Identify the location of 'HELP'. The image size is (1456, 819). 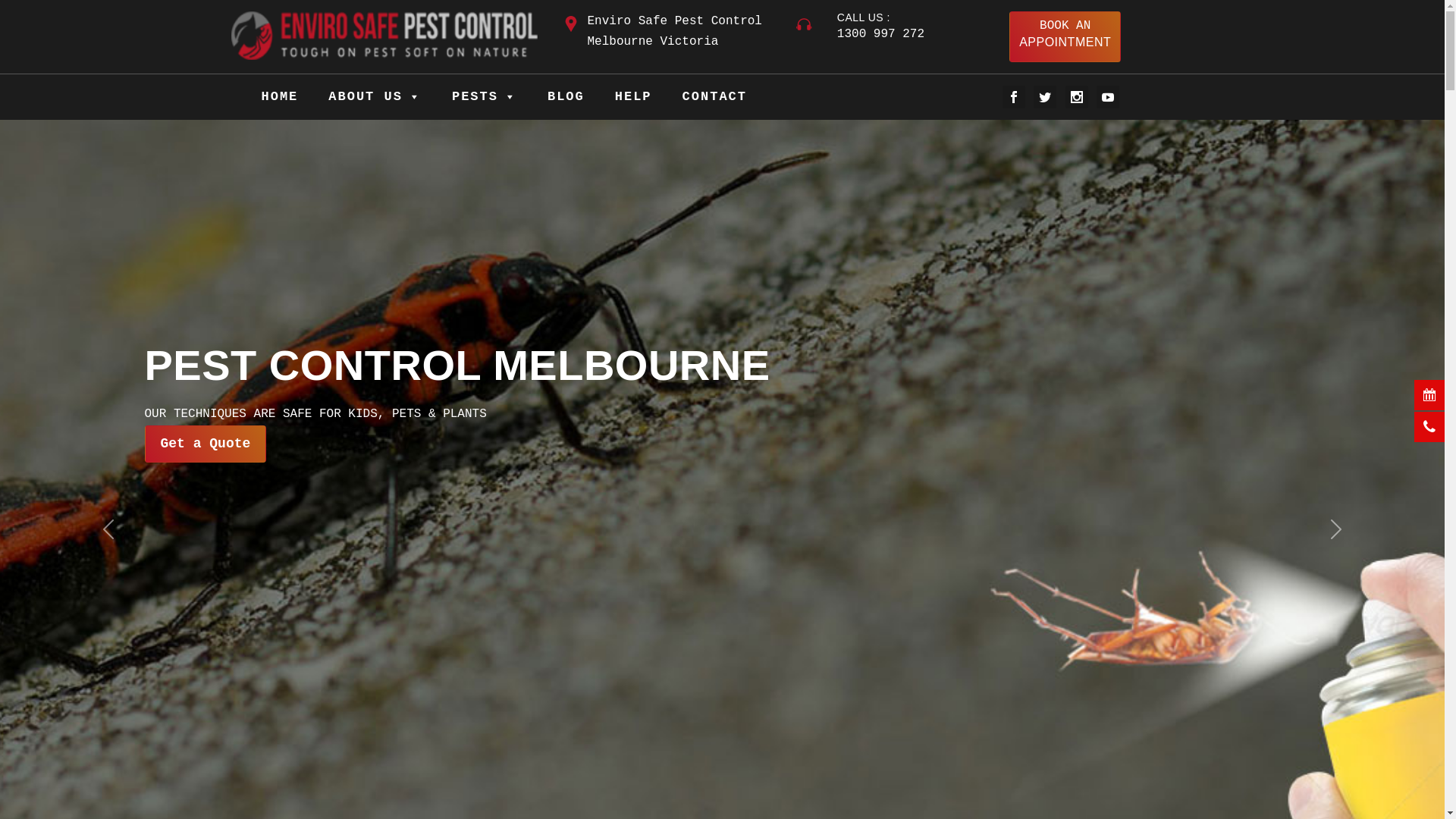
(633, 96).